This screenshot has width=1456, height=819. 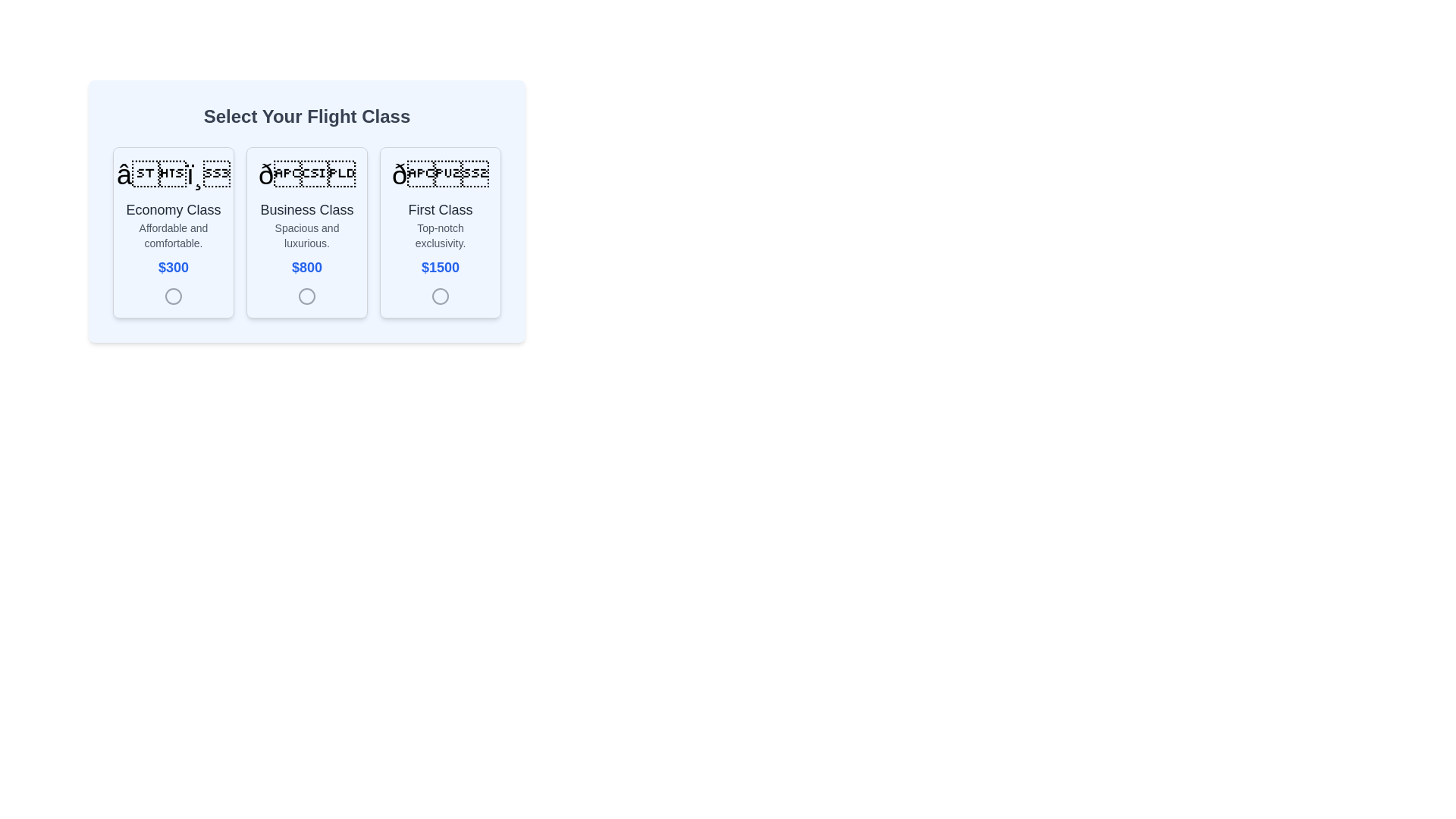 What do you see at coordinates (174, 296) in the screenshot?
I see `the circle button located at the bottom-center of the 'Economy Class' card` at bounding box center [174, 296].